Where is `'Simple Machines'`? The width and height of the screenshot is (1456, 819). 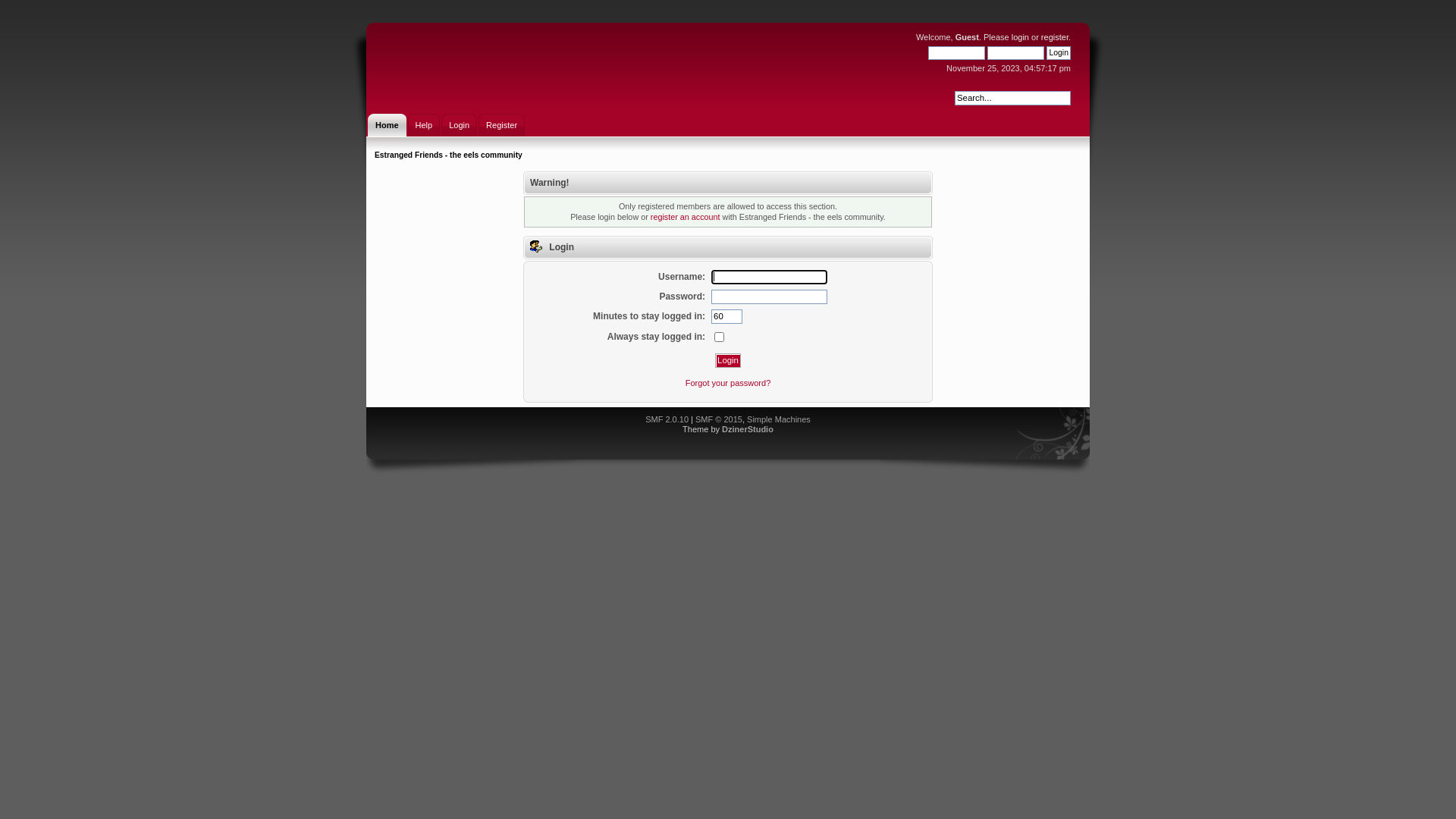
'Simple Machines' is located at coordinates (746, 419).